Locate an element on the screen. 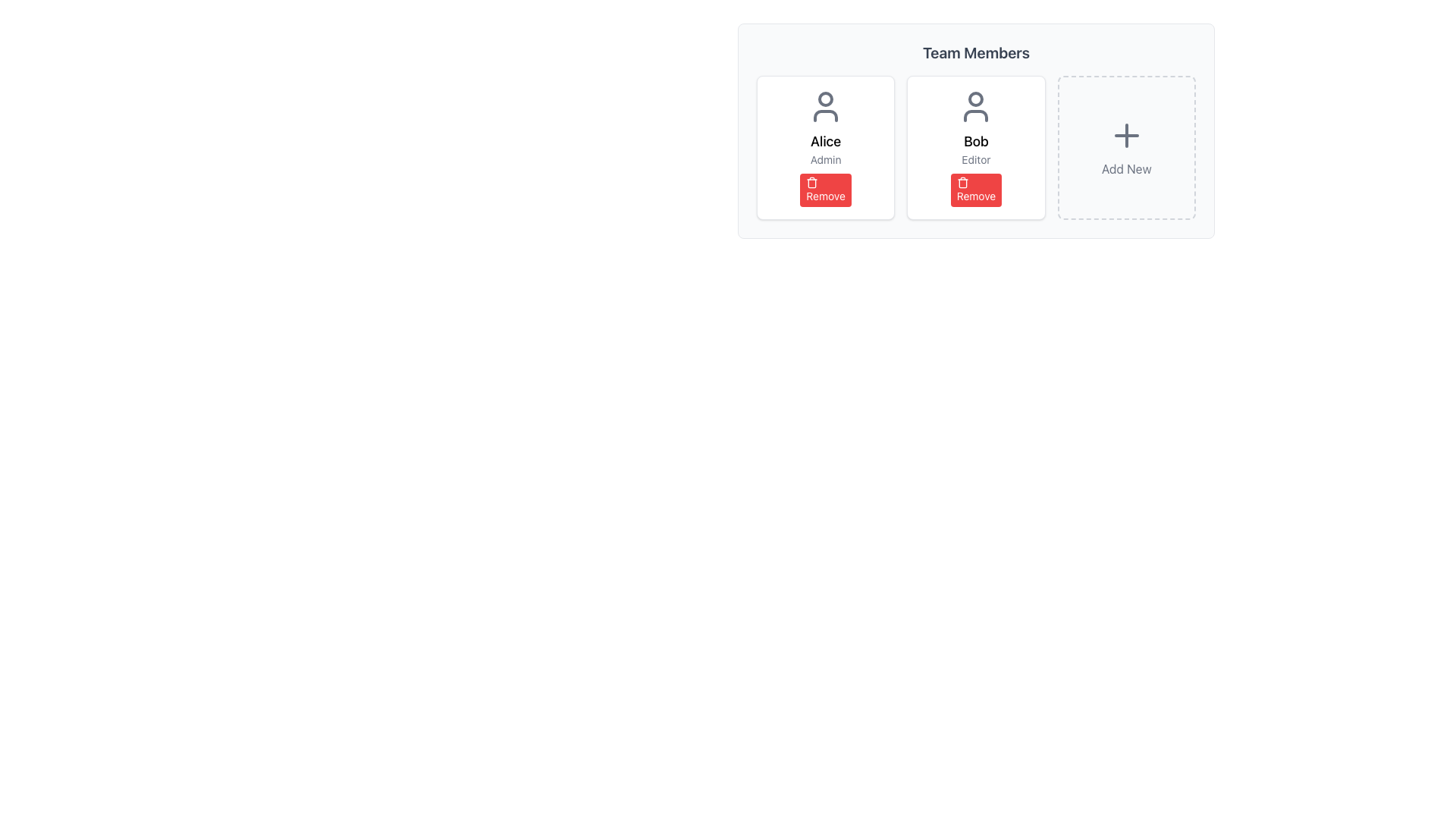 Image resolution: width=1456 pixels, height=819 pixels. the user SVG graphical icon in the first card of the 'Team Members' section, which is styled with a rounded outline and detached circular head, located above the text 'Alice' and 'Admin' is located at coordinates (825, 106).